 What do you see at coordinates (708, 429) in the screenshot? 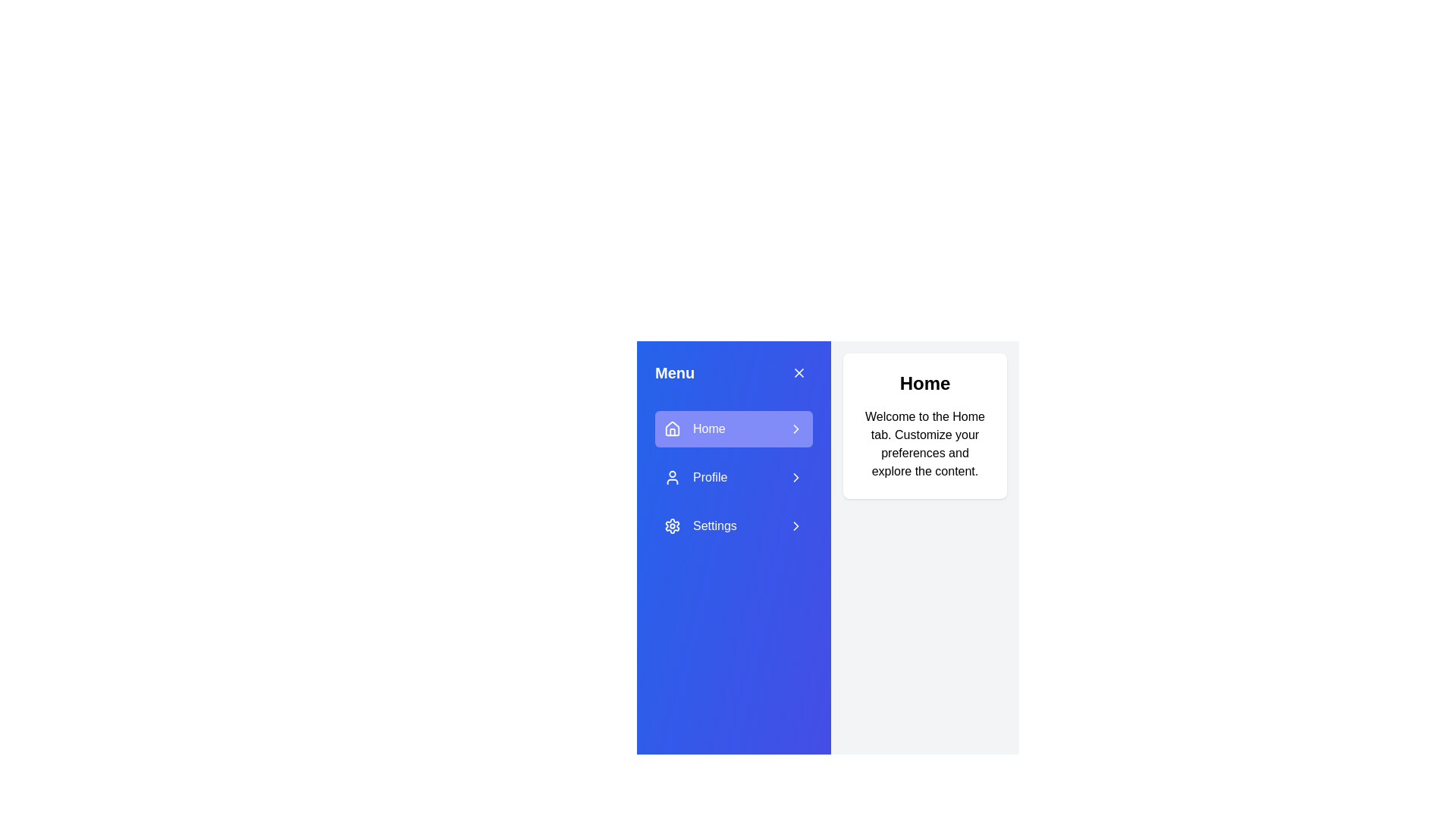
I see `the 'Home' navigation text label element, which is part of a button-like structure in the menu, to initiate navigation` at bounding box center [708, 429].